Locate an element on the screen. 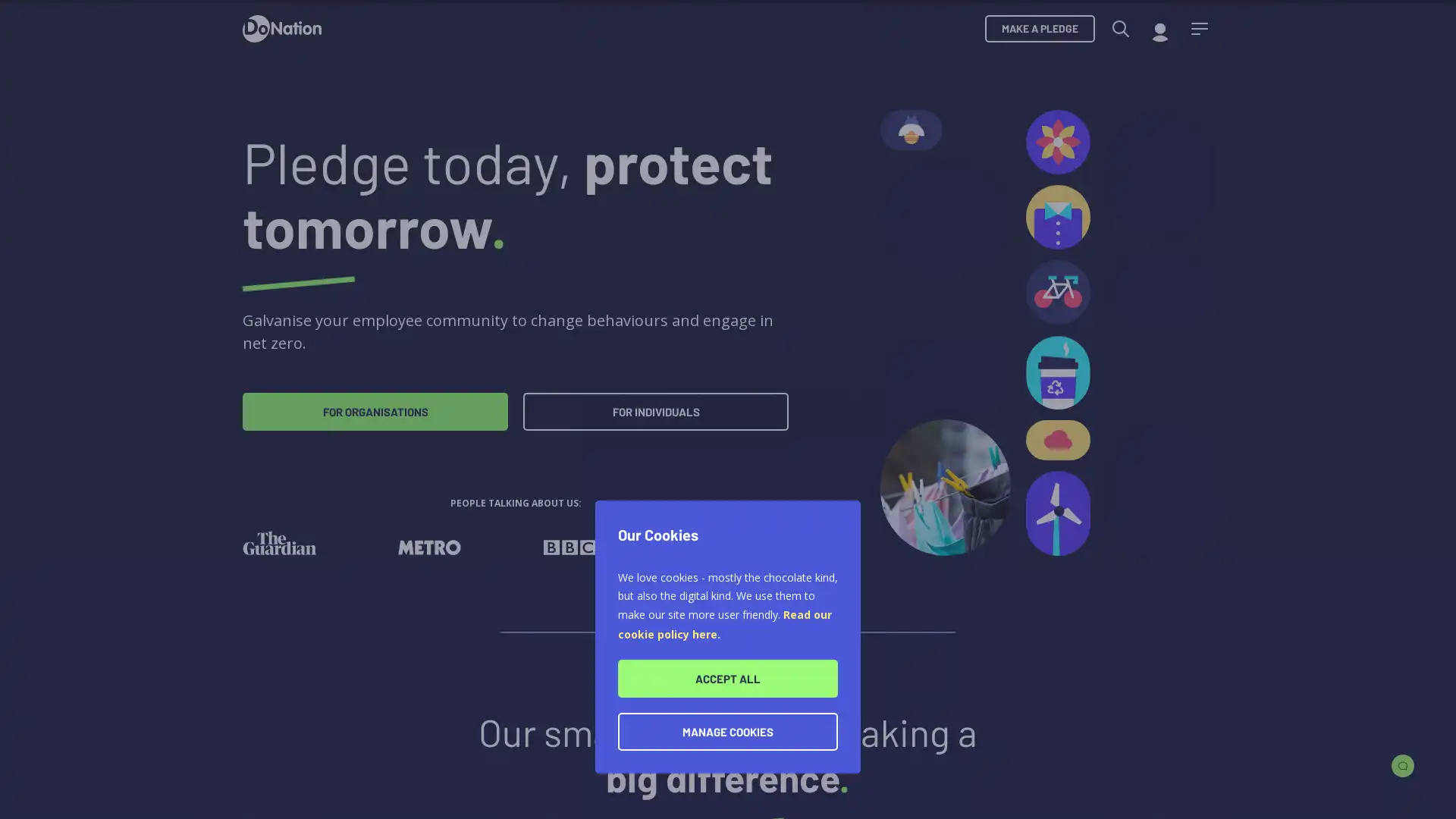  FOR ORGANISATIONS is located at coordinates (375, 412).